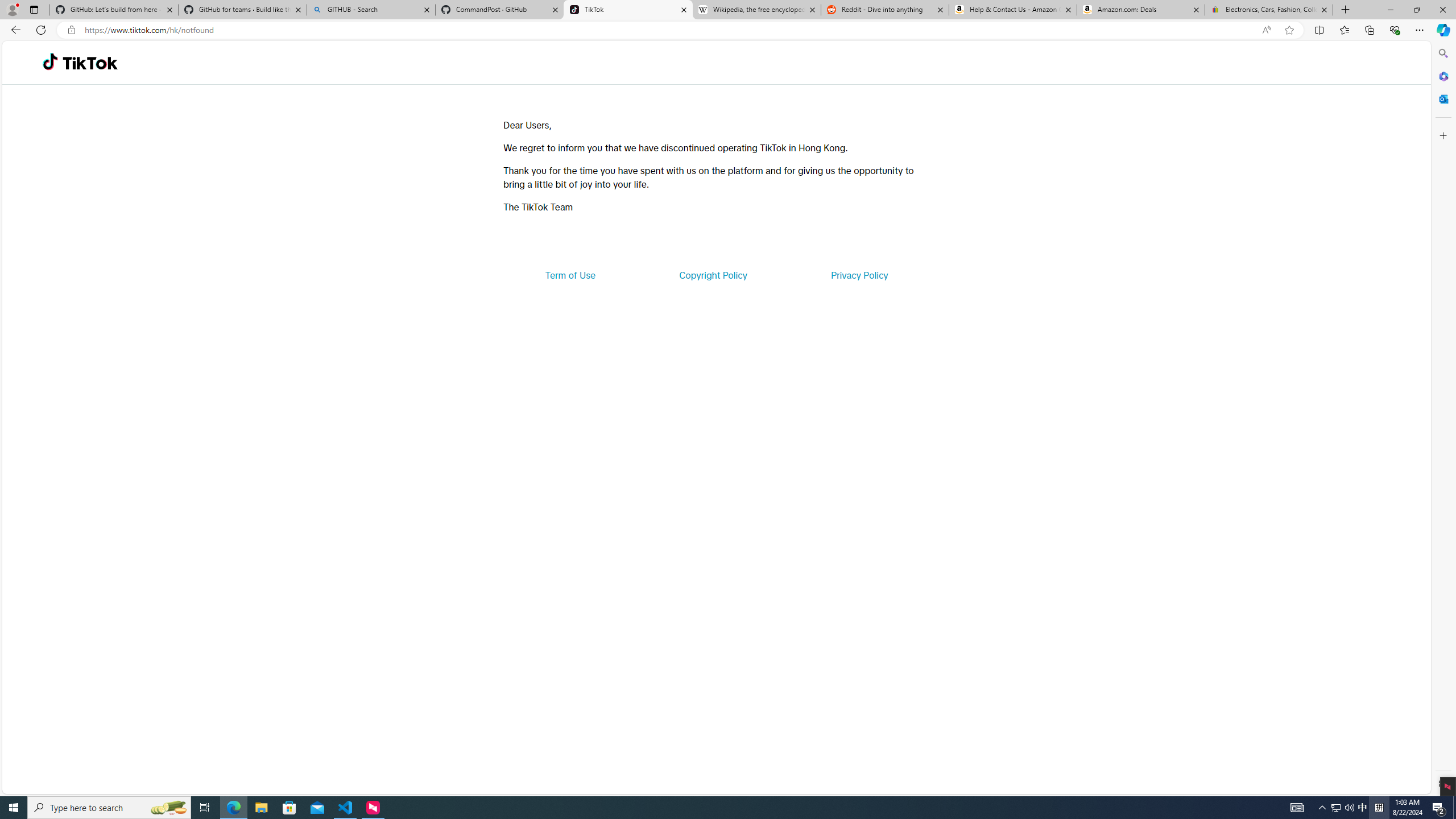 The image size is (1456, 819). What do you see at coordinates (370, 9) in the screenshot?
I see `'GITHUB - Search'` at bounding box center [370, 9].